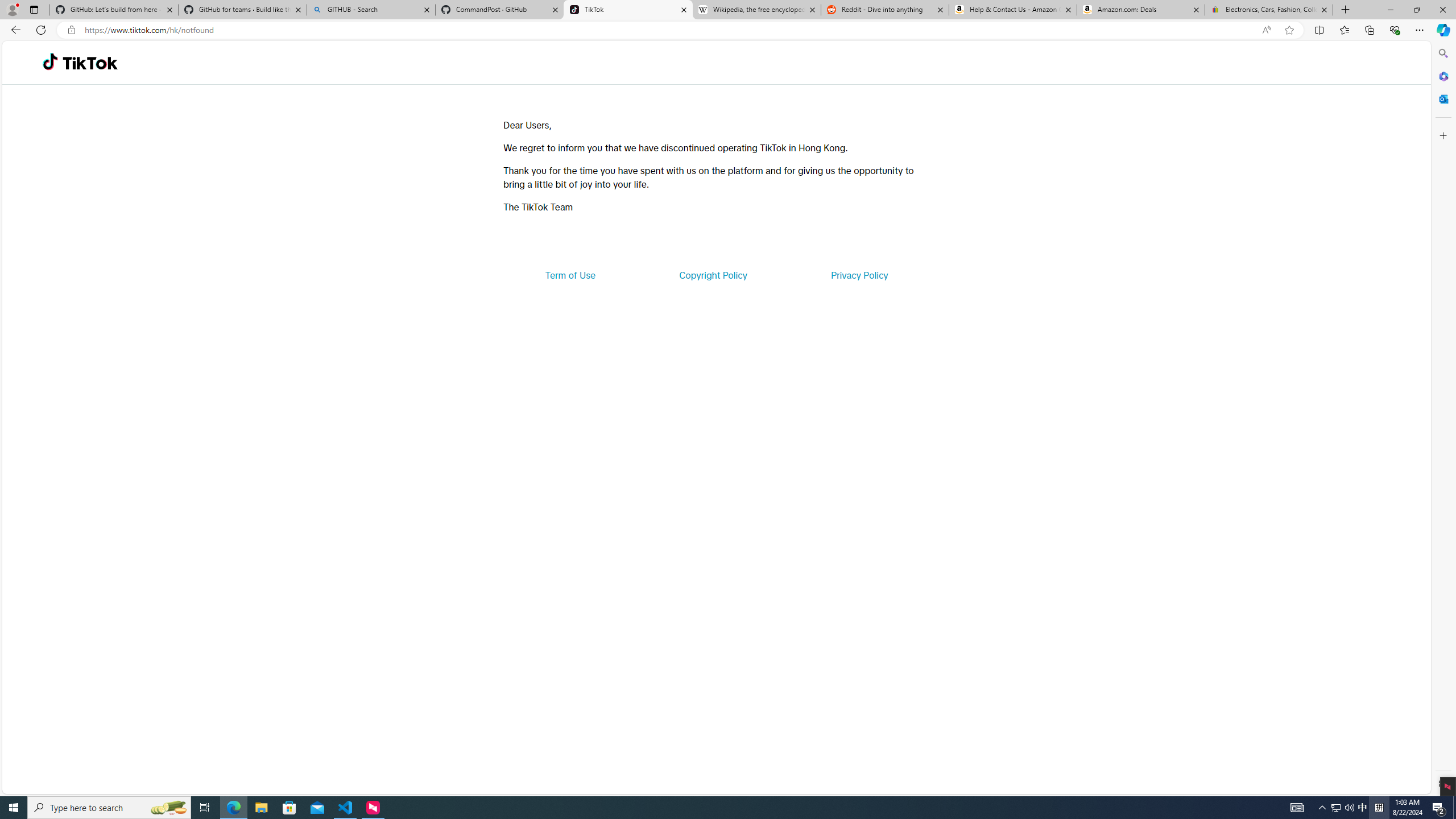 The image size is (1456, 819). What do you see at coordinates (370, 9) in the screenshot?
I see `'GITHUB - Search'` at bounding box center [370, 9].